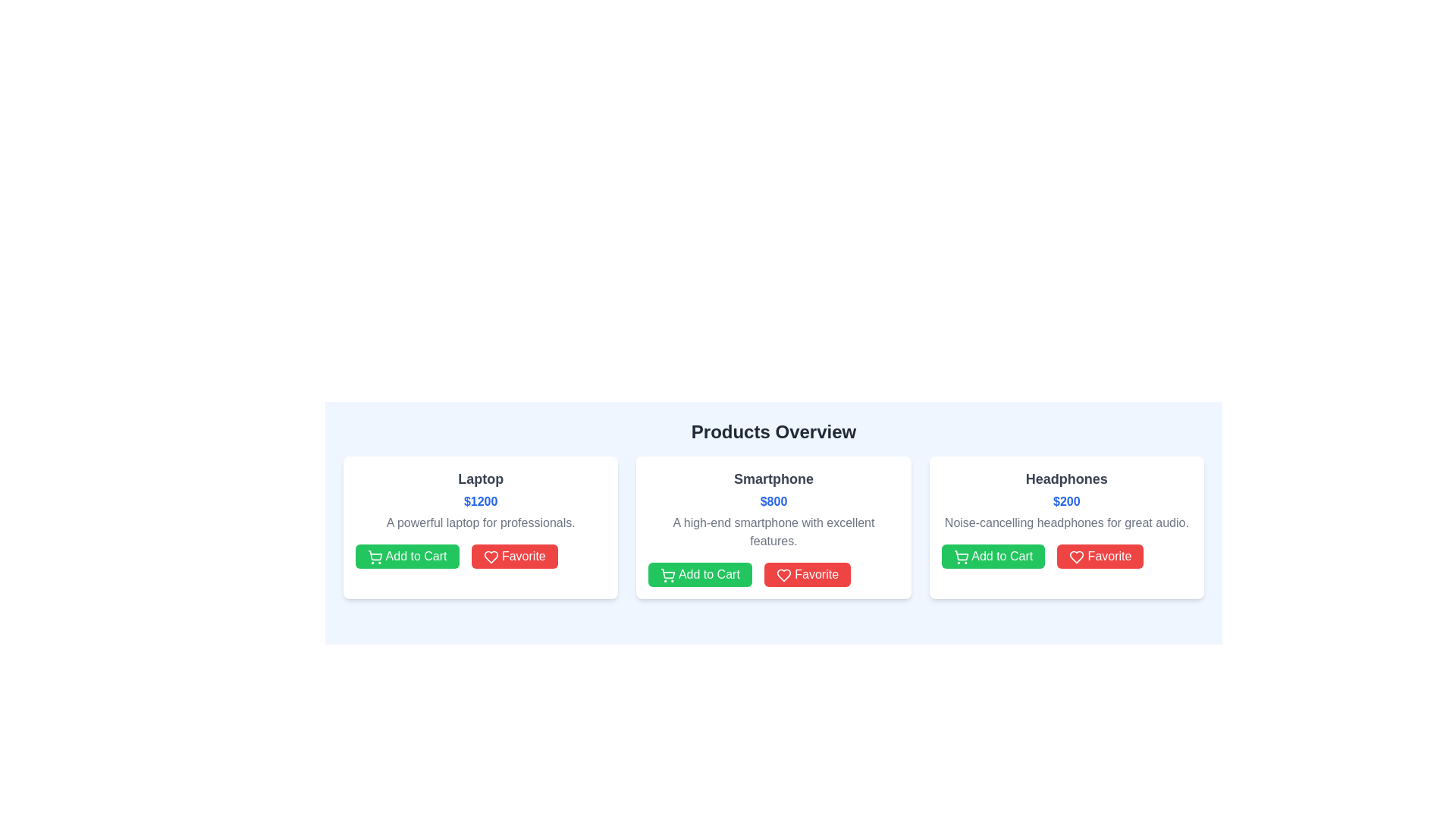 The width and height of the screenshot is (1456, 819). I want to click on the price tag displaying '$200', which is styled in bold, blue text, located in the card for 'Headphones', directly below the heading text and above the product description and action buttons, so click(1065, 502).